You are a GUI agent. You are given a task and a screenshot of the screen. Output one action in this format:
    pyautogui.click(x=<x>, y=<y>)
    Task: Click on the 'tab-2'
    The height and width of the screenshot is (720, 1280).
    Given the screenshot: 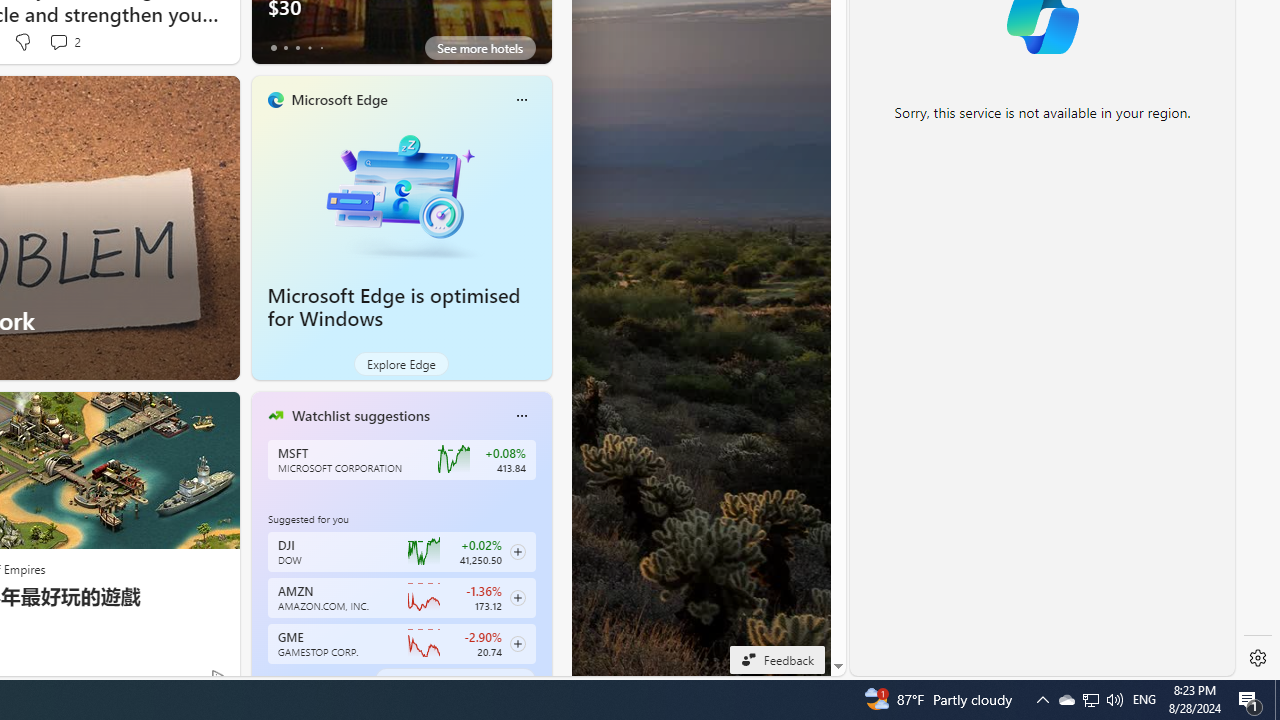 What is the action you would take?
    pyautogui.click(x=296, y=679)
    